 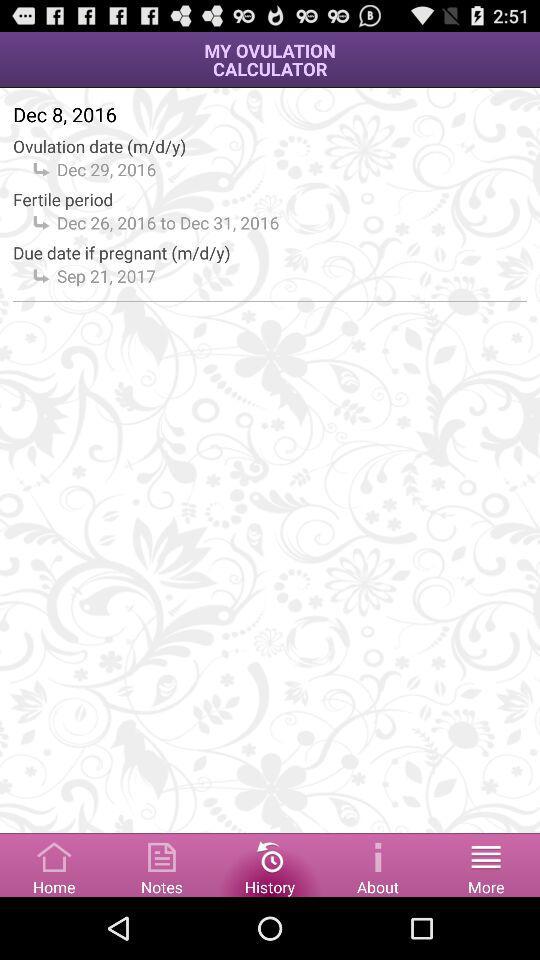 I want to click on history option, so click(x=270, y=863).